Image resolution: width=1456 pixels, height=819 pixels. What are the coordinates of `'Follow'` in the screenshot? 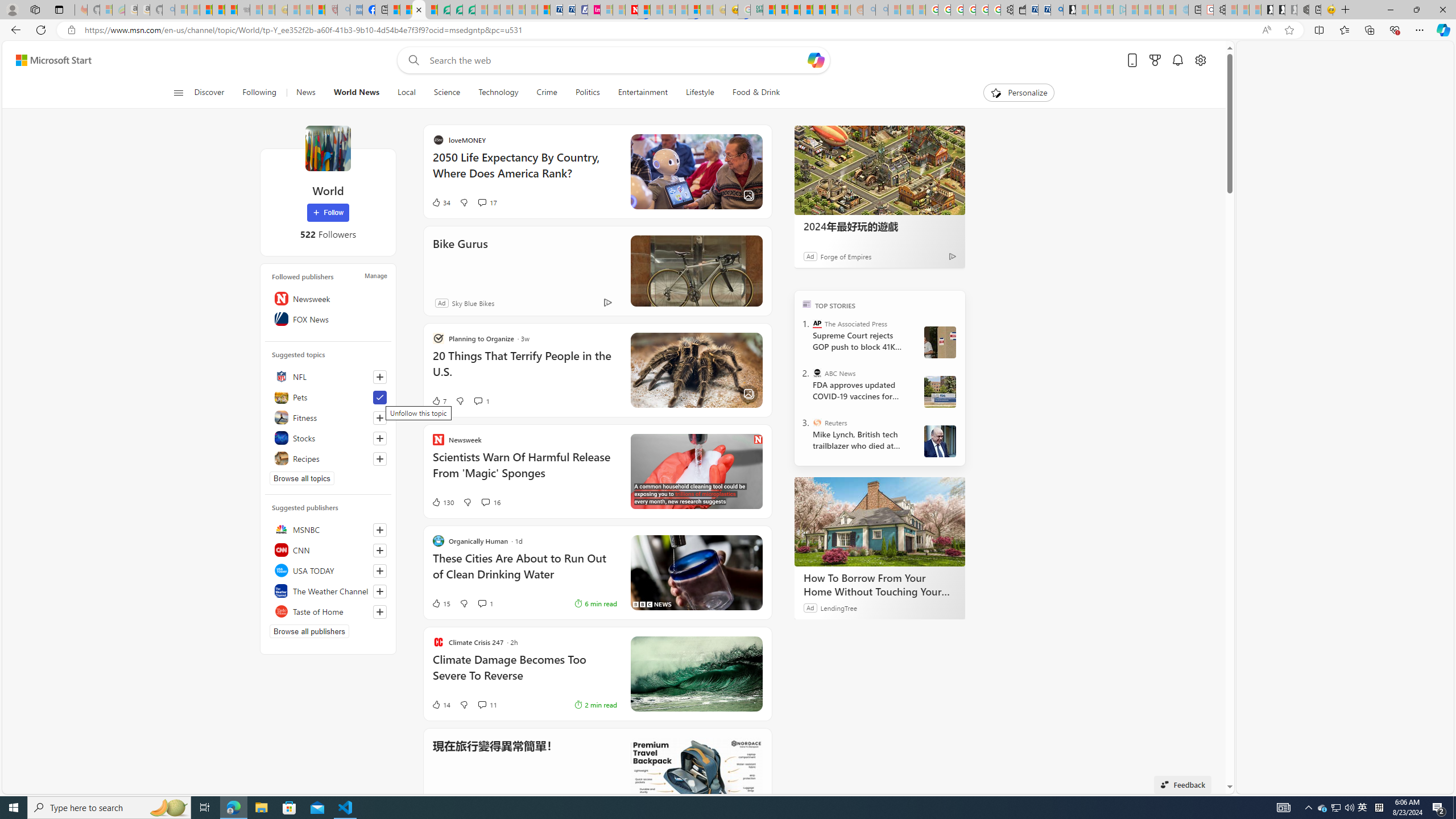 It's located at (328, 213).